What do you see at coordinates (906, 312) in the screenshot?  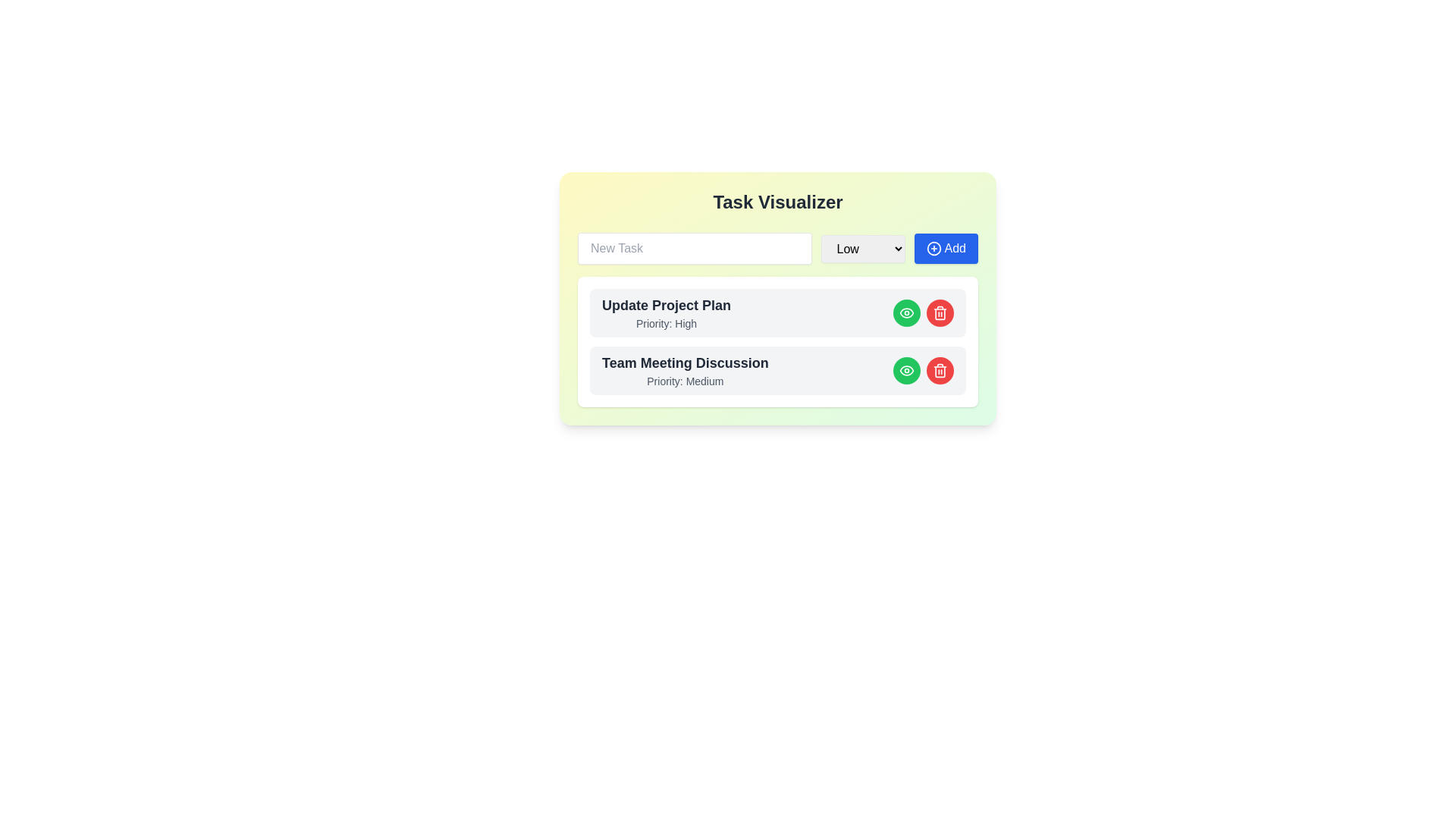 I see `the Icon Button located to the right of 'Update Project Plan'` at bounding box center [906, 312].